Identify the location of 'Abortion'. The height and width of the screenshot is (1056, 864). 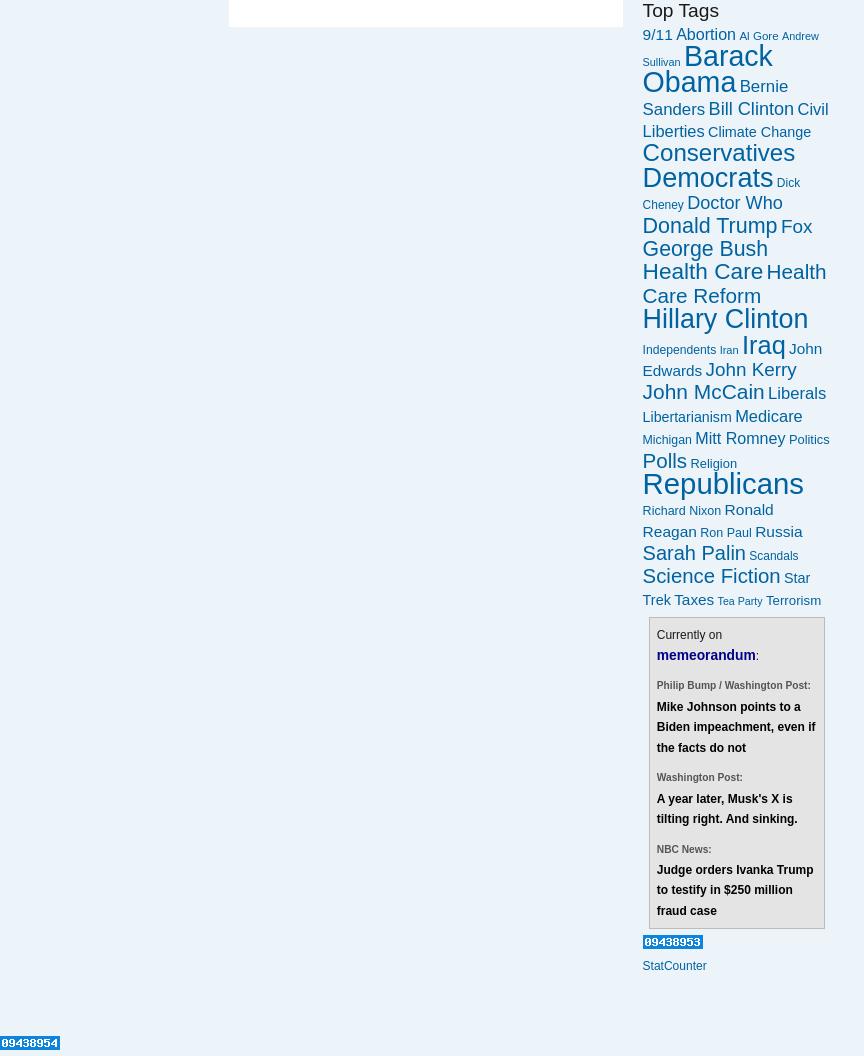
(705, 32).